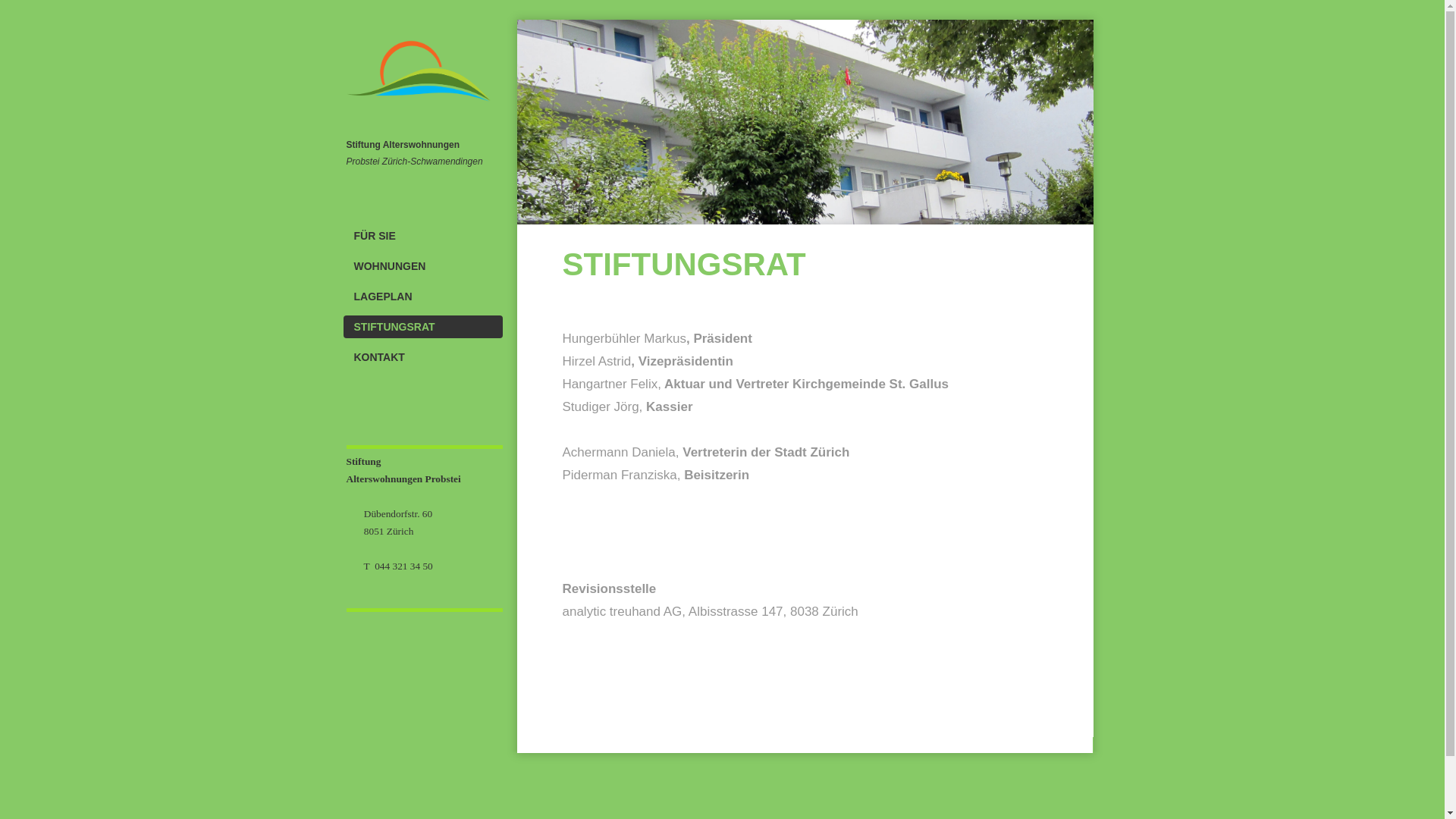 The height and width of the screenshot is (819, 1456). Describe the element at coordinates (422, 356) in the screenshot. I see `'KONTAKT'` at that location.